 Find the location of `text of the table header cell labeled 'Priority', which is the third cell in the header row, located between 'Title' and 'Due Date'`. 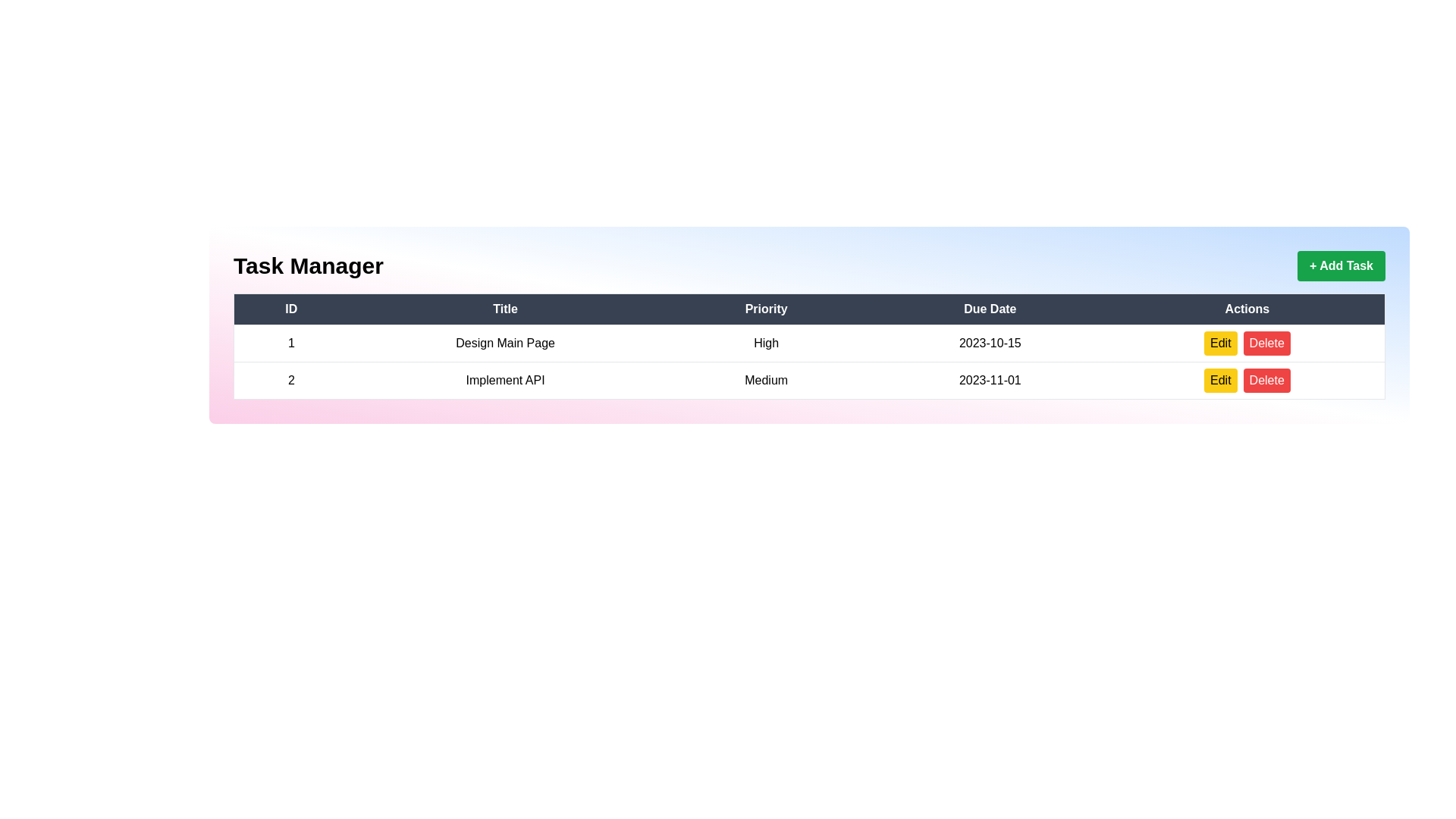

text of the table header cell labeled 'Priority', which is the third cell in the header row, located between 'Title' and 'Due Date' is located at coordinates (766, 309).